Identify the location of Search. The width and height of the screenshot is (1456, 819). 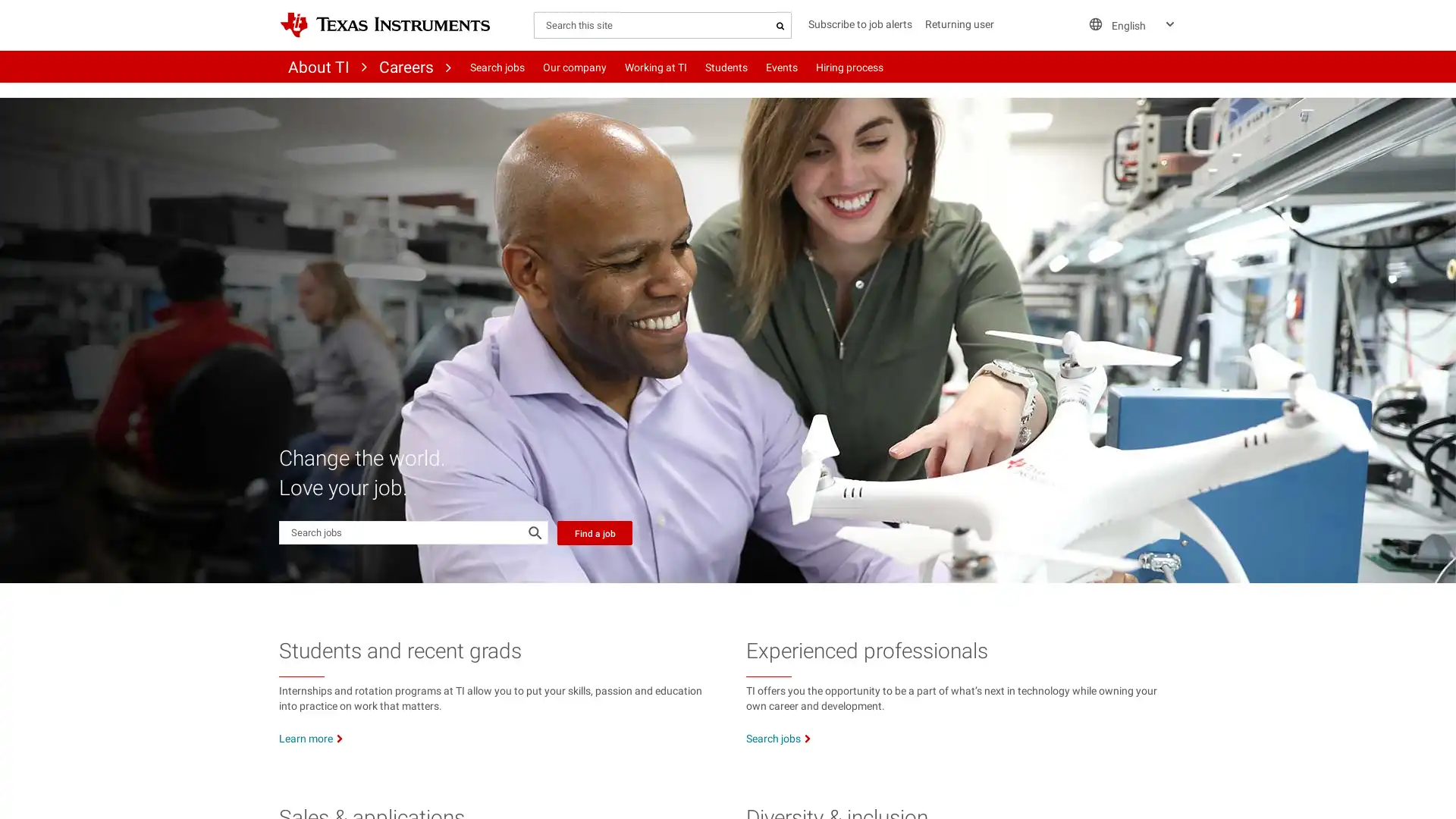
(780, 25).